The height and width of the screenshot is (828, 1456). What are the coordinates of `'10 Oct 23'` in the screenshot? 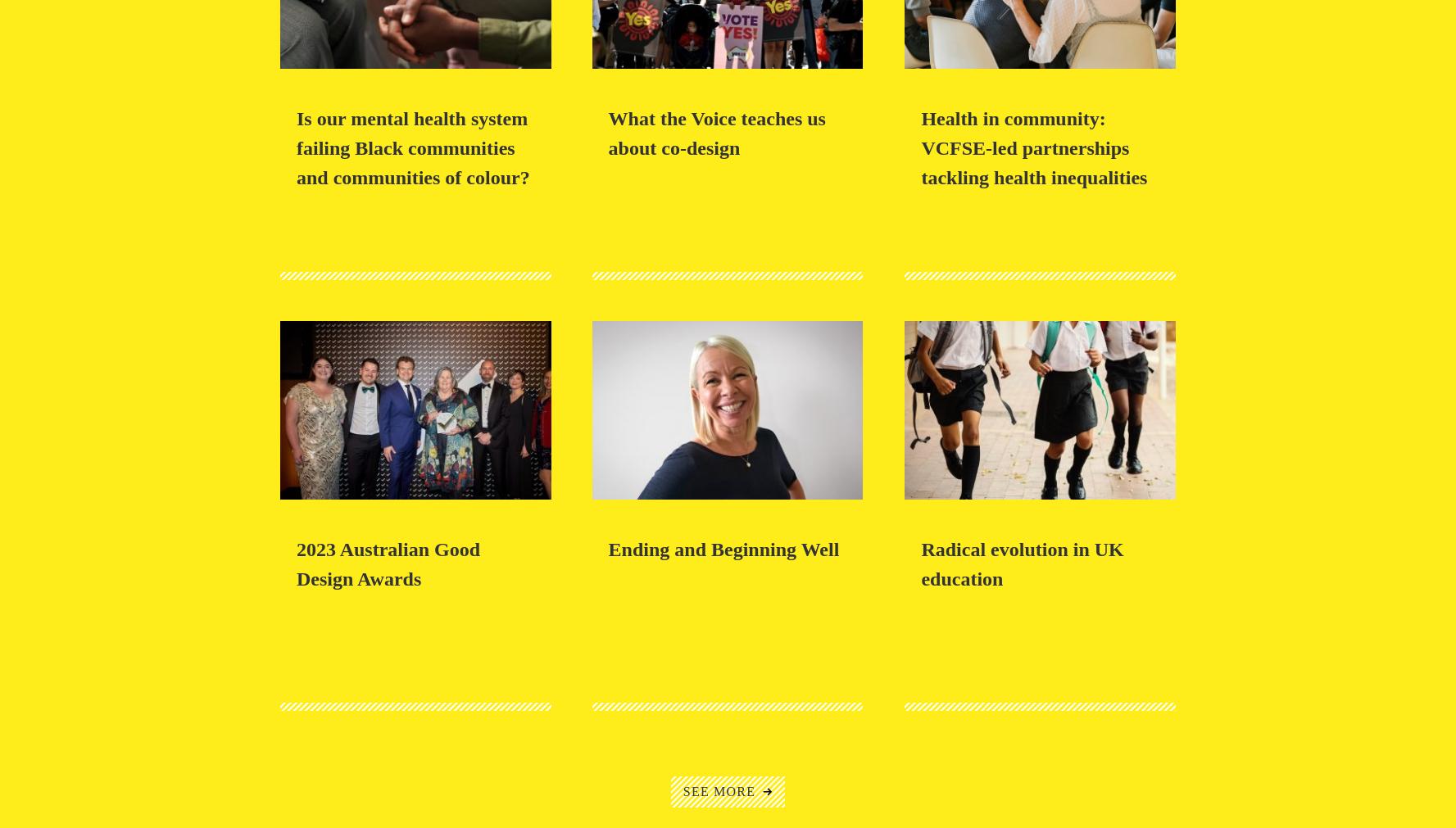 It's located at (296, 527).